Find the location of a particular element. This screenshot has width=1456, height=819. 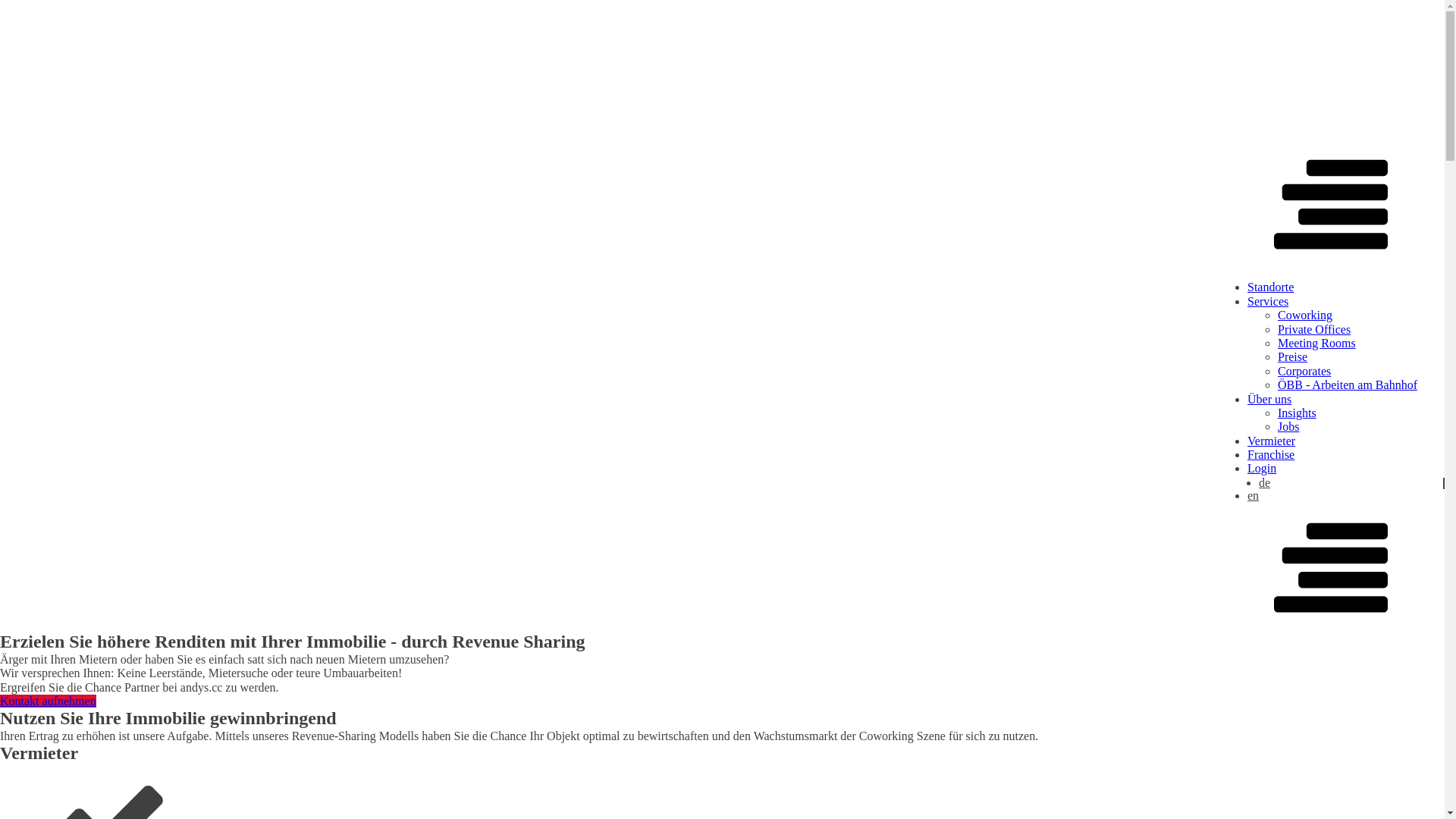

'Coworking' is located at coordinates (1304, 314).